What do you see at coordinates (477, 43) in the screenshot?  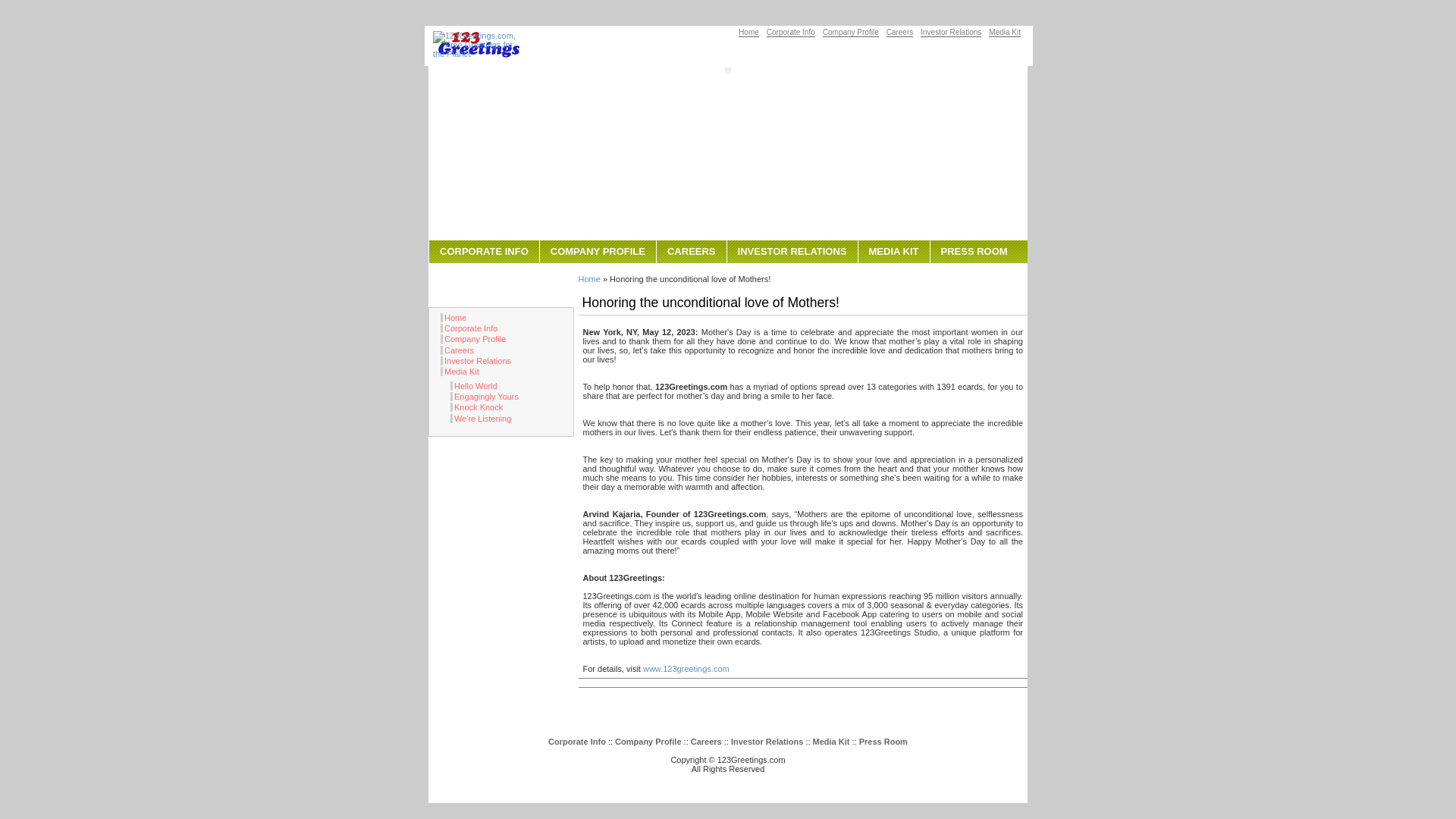 I see `'123Greetings.com, Free Greetings for the Planet'` at bounding box center [477, 43].